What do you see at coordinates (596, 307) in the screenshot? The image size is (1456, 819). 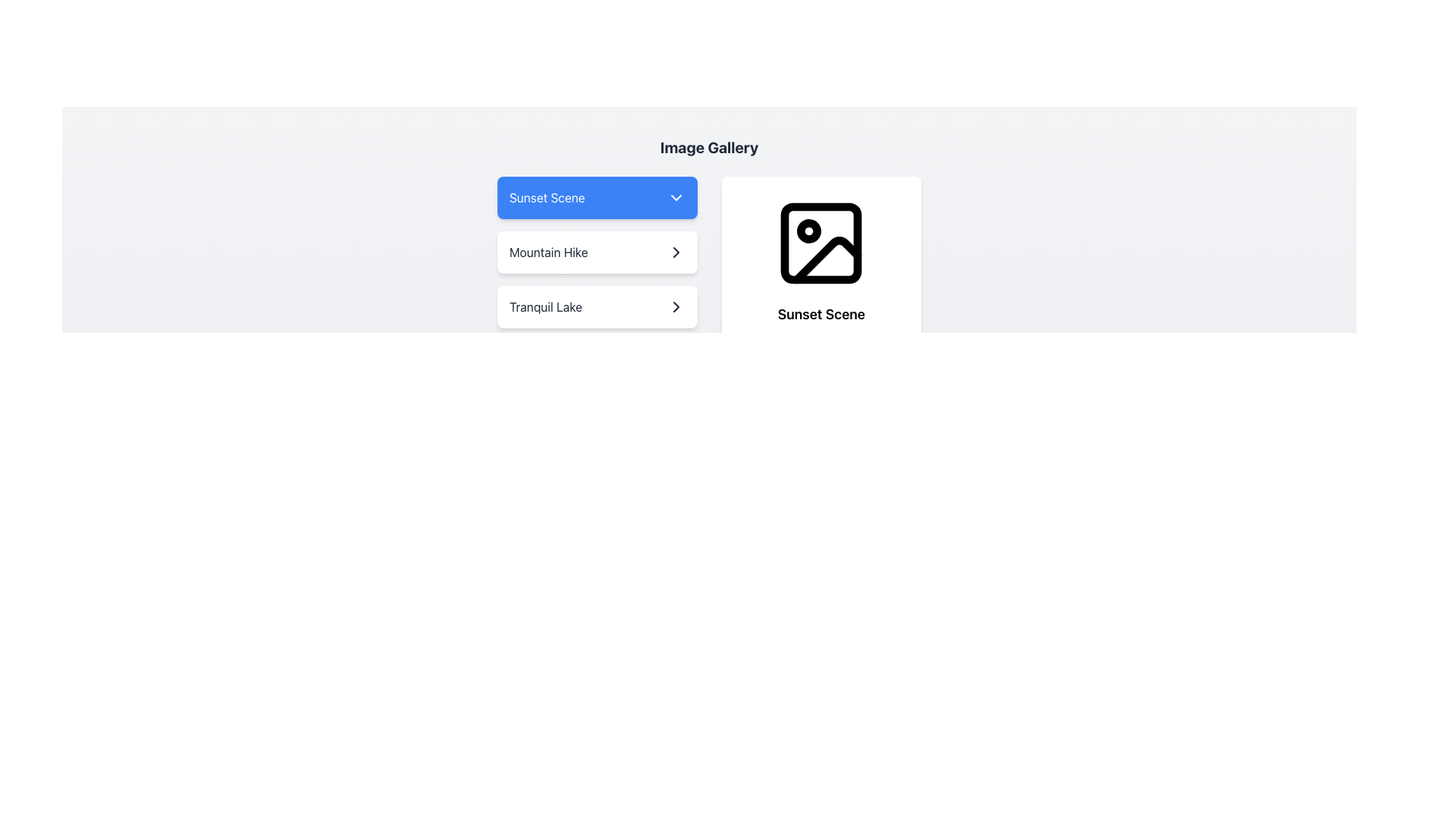 I see `to select or activate the 'Tranquil Lake' selectable list item, which is the third item in a vertically stacked list within the 'Image Gallery'` at bounding box center [596, 307].